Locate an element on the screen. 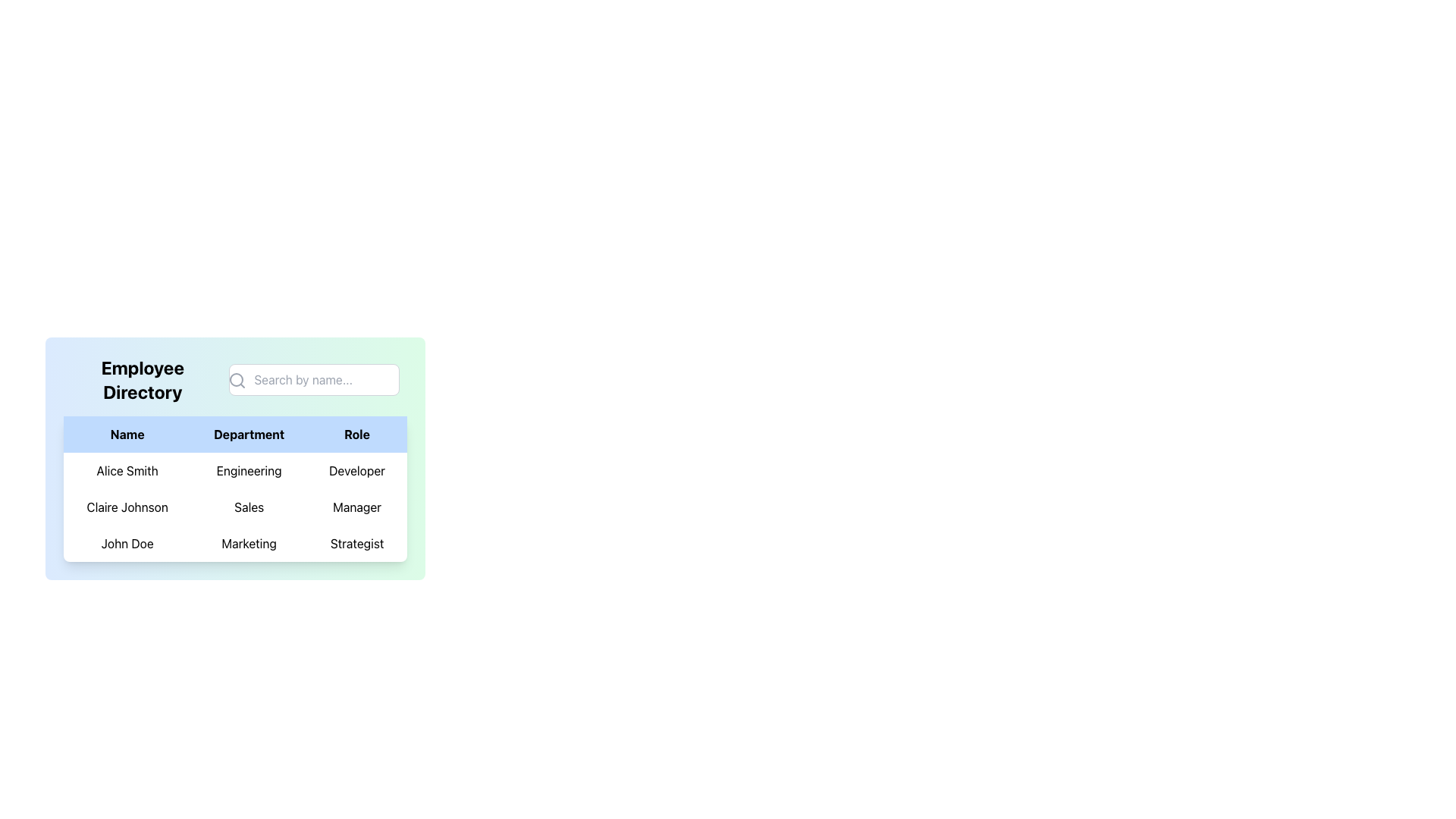 The image size is (1456, 819). the third row of the employee directory table that displays an individual's name, department, and role is located at coordinates (234, 543).